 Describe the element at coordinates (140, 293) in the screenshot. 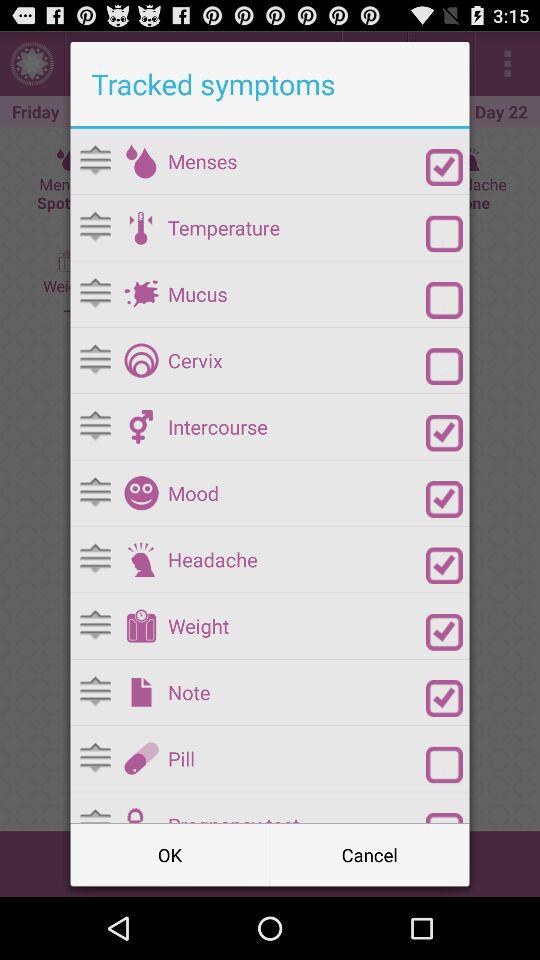

I see `mucus as symptom` at that location.